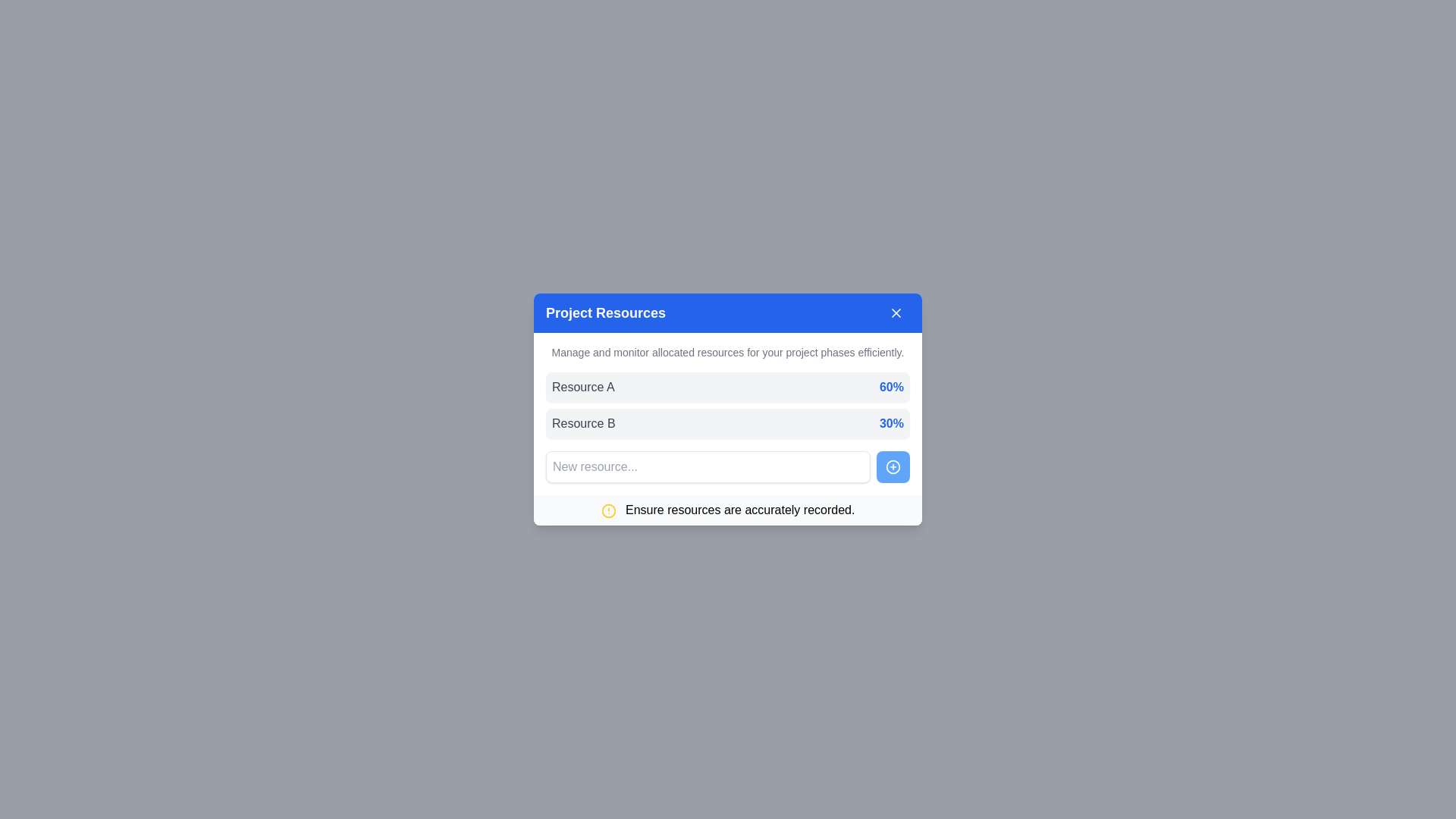 Image resolution: width=1456 pixels, height=819 pixels. What do you see at coordinates (728, 409) in the screenshot?
I see `the interactive elements of the resource management modal` at bounding box center [728, 409].